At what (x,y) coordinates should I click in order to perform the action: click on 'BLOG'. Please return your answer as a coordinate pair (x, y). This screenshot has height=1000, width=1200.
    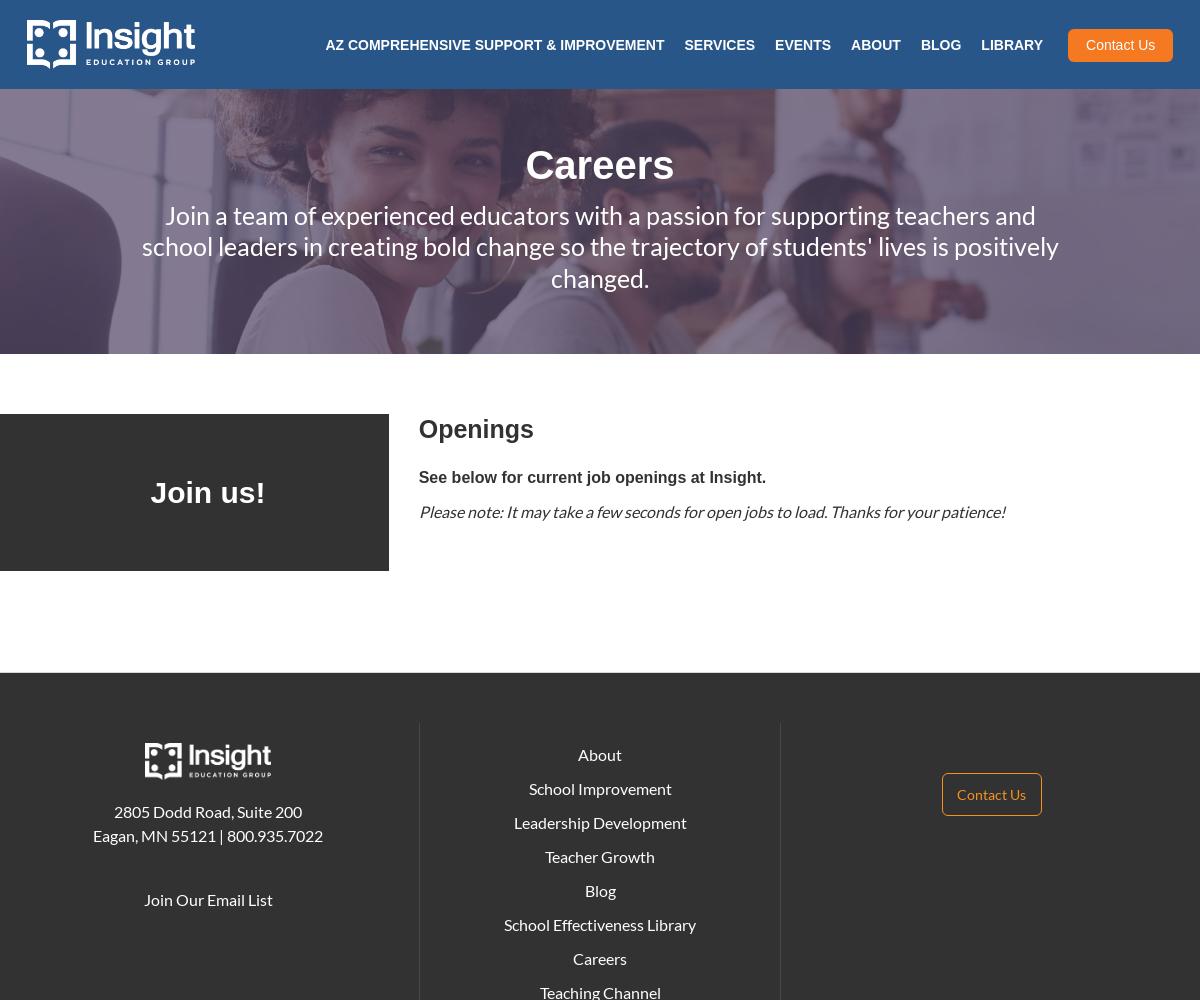
    Looking at the image, I should click on (940, 45).